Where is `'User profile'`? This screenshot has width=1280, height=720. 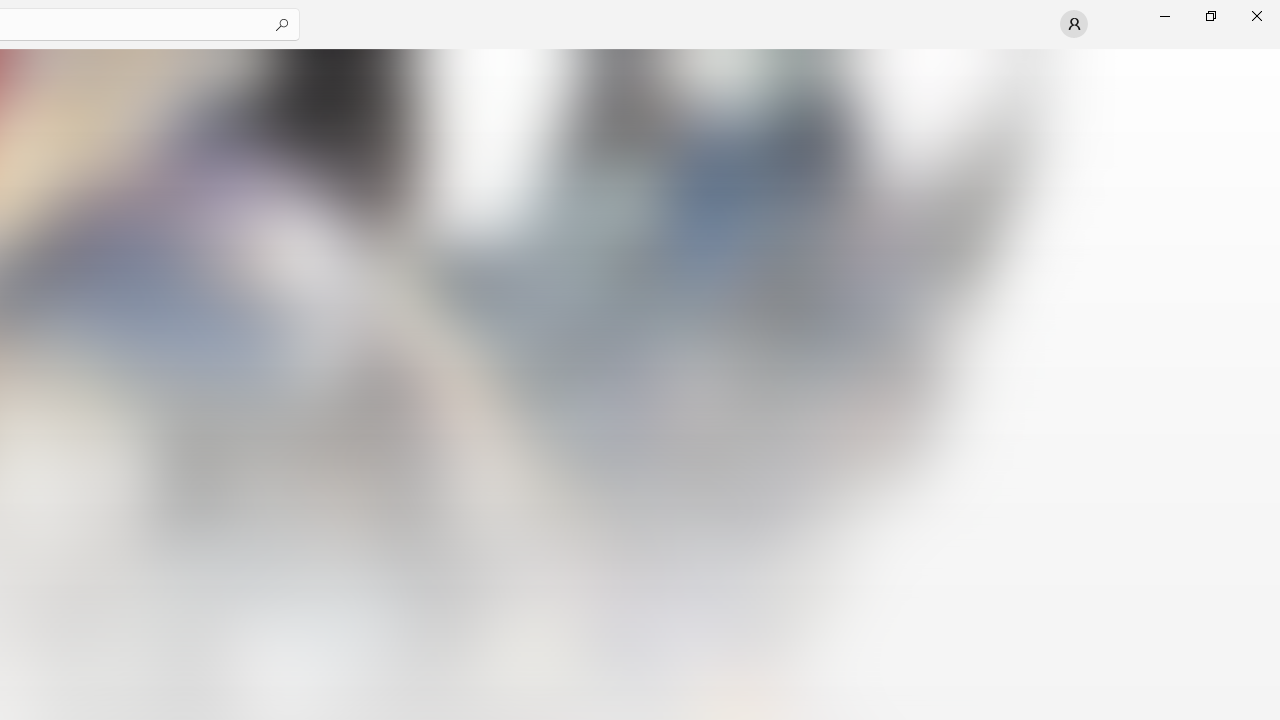 'User profile' is located at coordinates (1072, 24).